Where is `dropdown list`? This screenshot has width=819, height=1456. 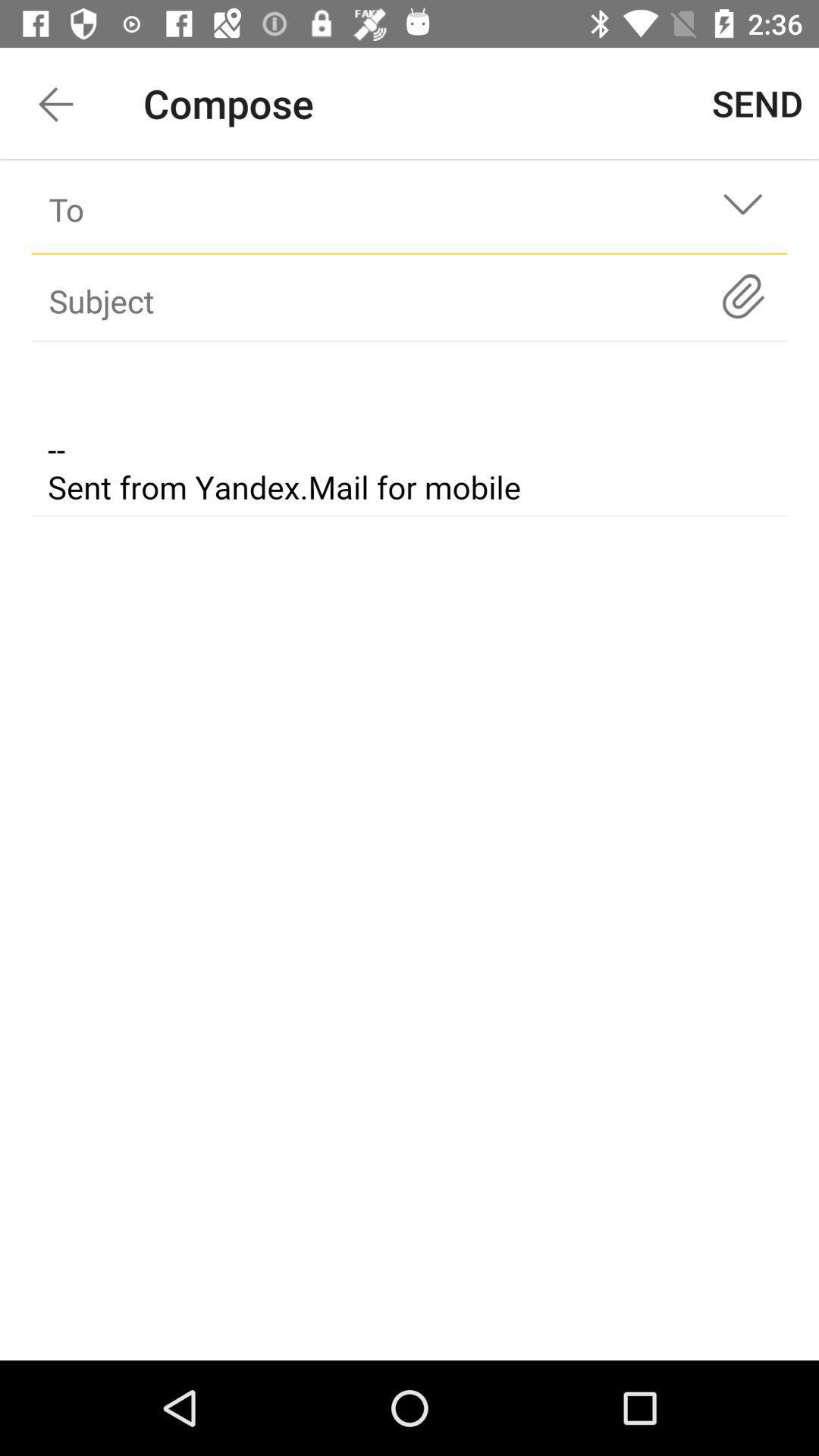
dropdown list is located at coordinates (742, 209).